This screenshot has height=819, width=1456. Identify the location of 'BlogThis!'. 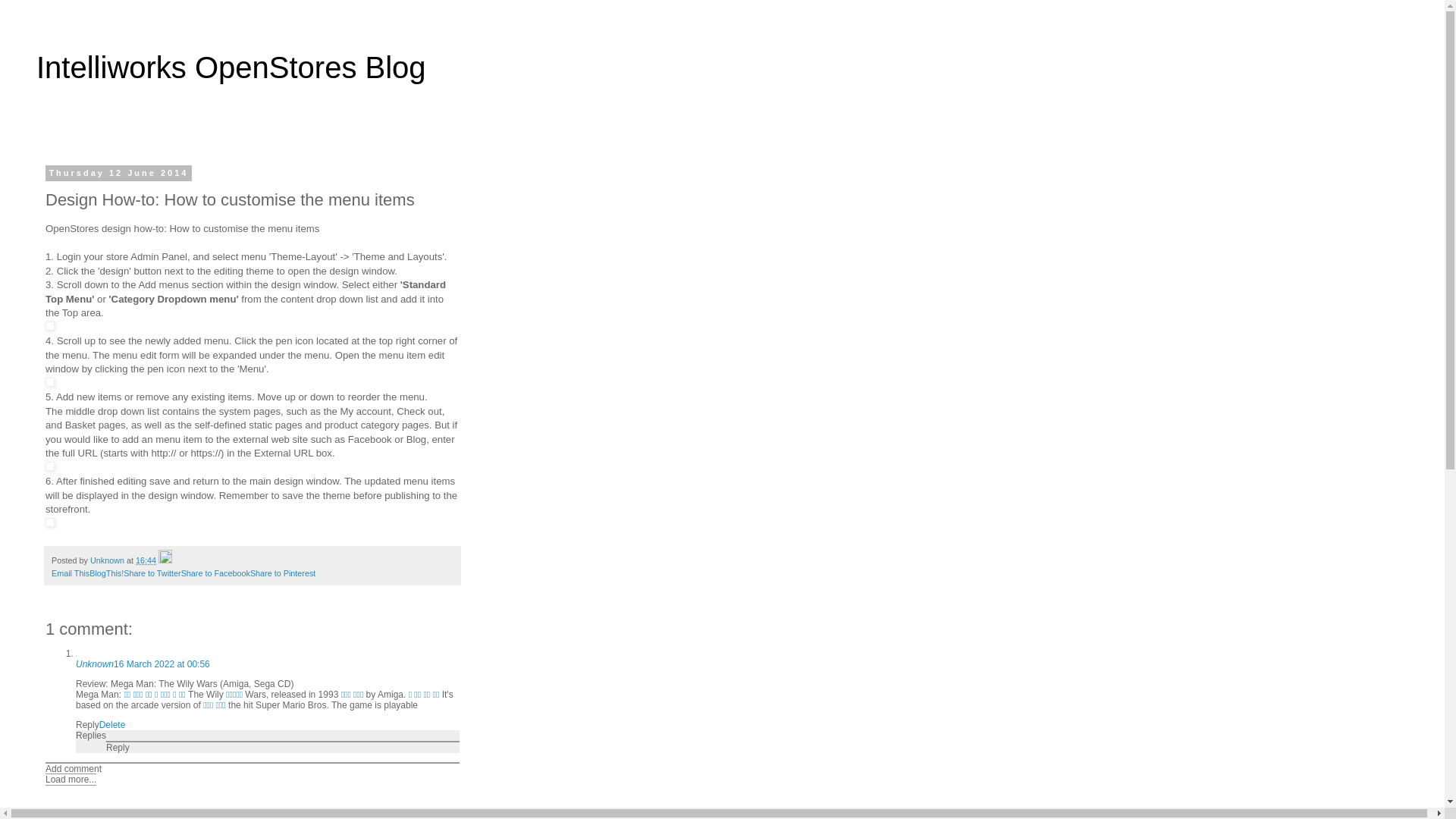
(89, 573).